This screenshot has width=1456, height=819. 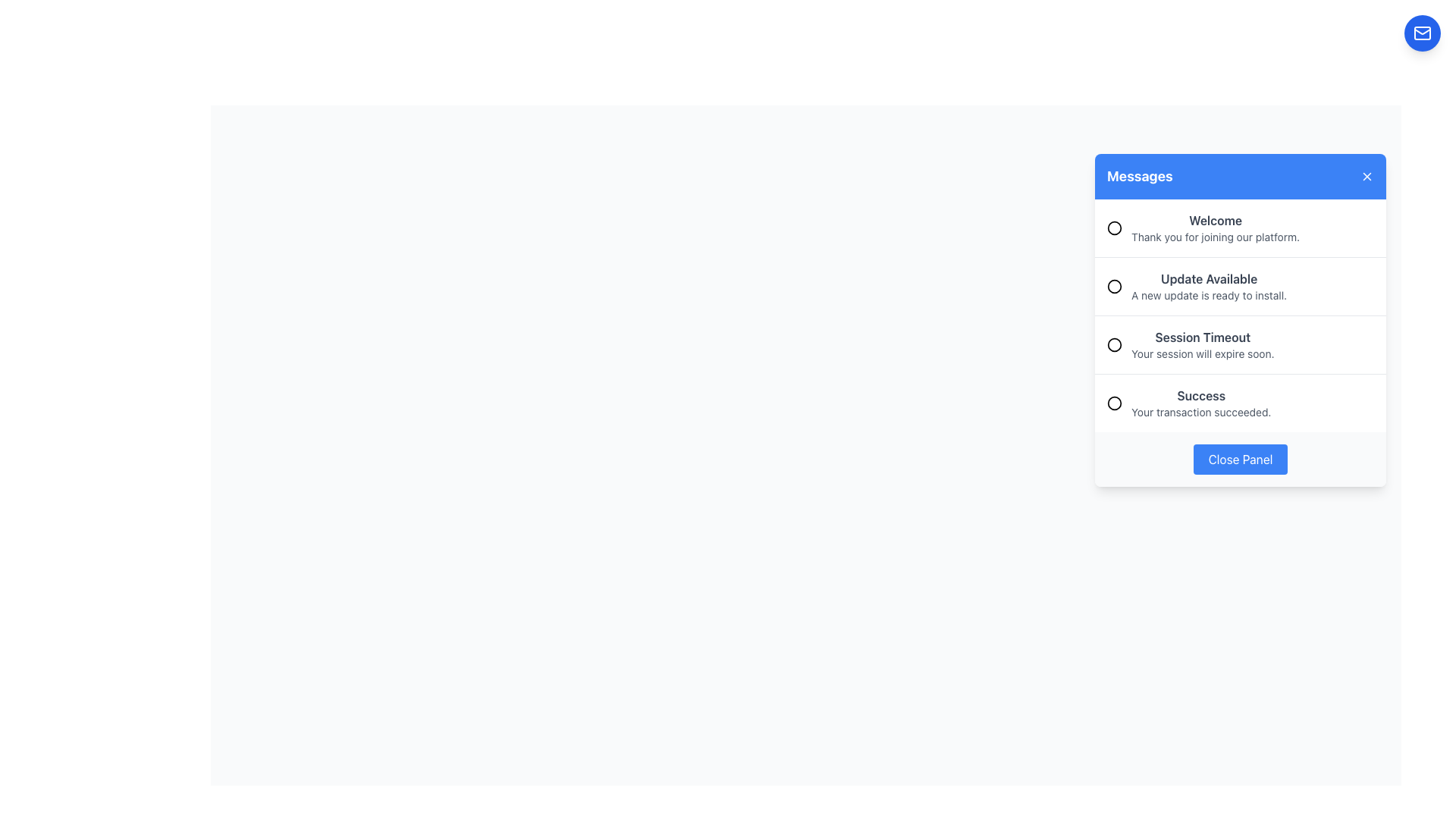 I want to click on the Informative Text Block that informs the user about an impending session timeout, situated within the 'Messages' panel, so click(x=1202, y=345).